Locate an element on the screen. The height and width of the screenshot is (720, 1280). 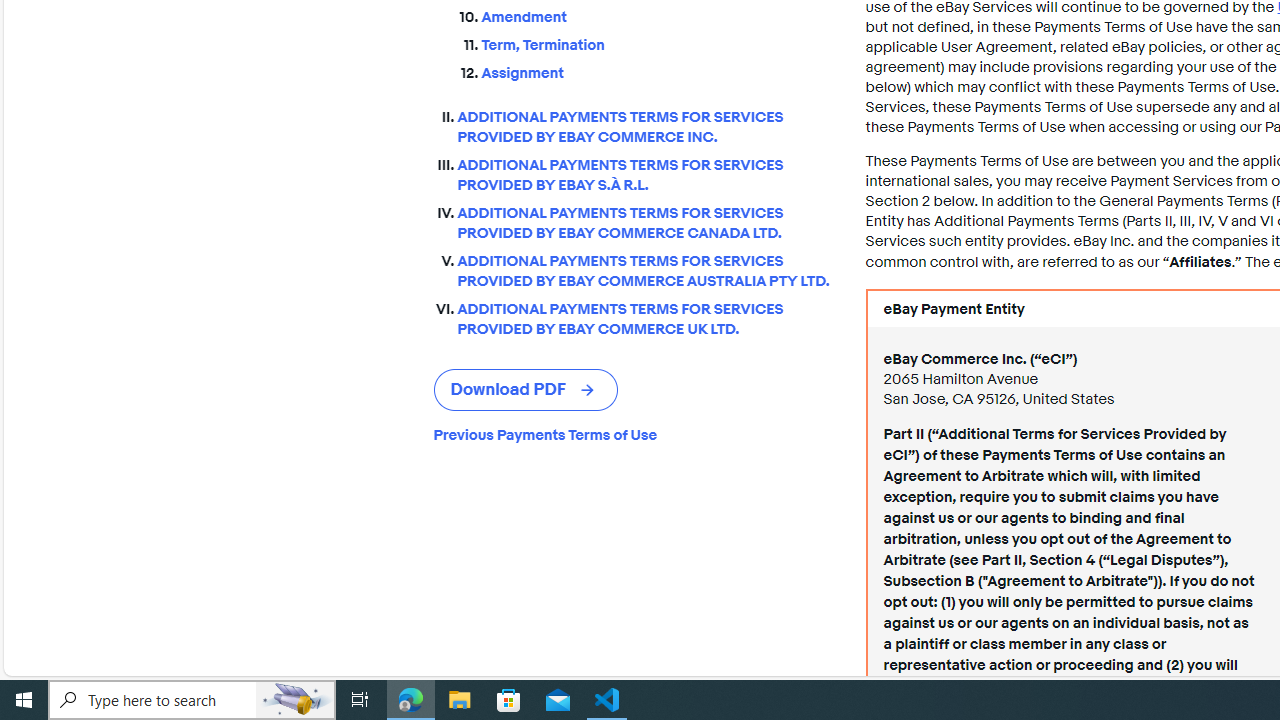
'Download PDF ' is located at coordinates (526, 390).